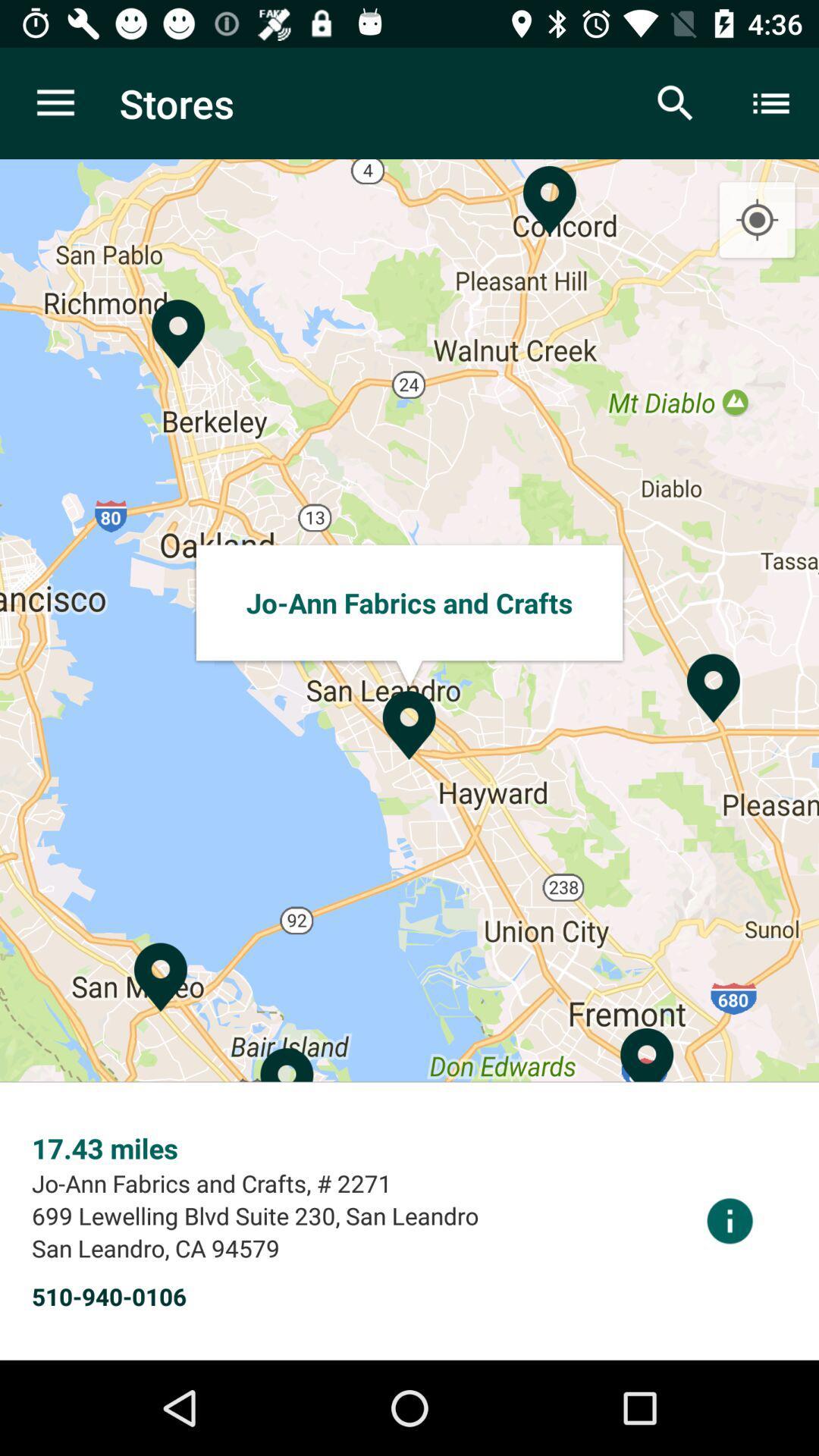 This screenshot has height=1456, width=819. Describe the element at coordinates (757, 220) in the screenshot. I see `the location_crosshair icon` at that location.